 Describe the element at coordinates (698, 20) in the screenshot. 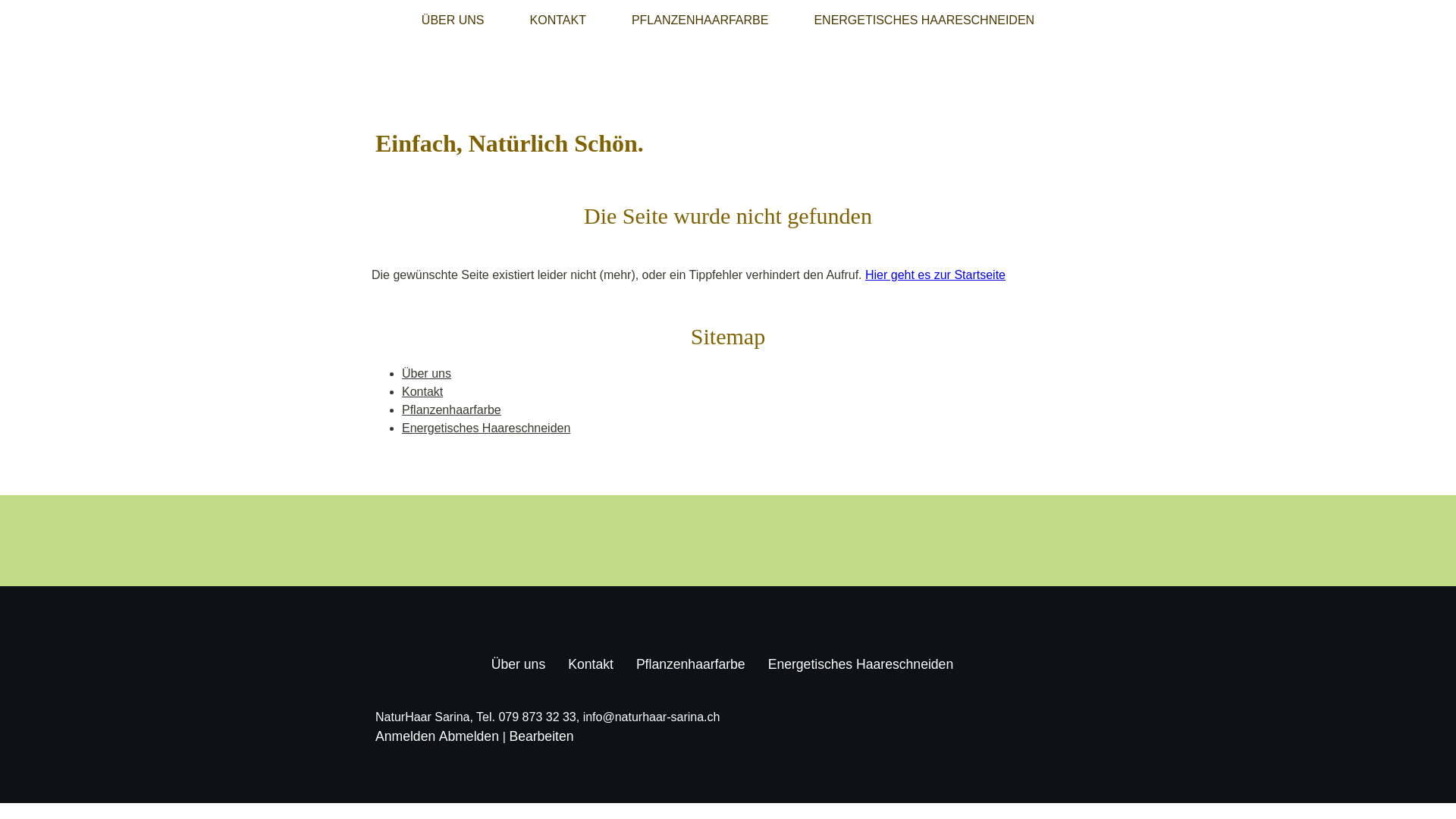

I see `'PFLANZENHAARFARBE'` at that location.